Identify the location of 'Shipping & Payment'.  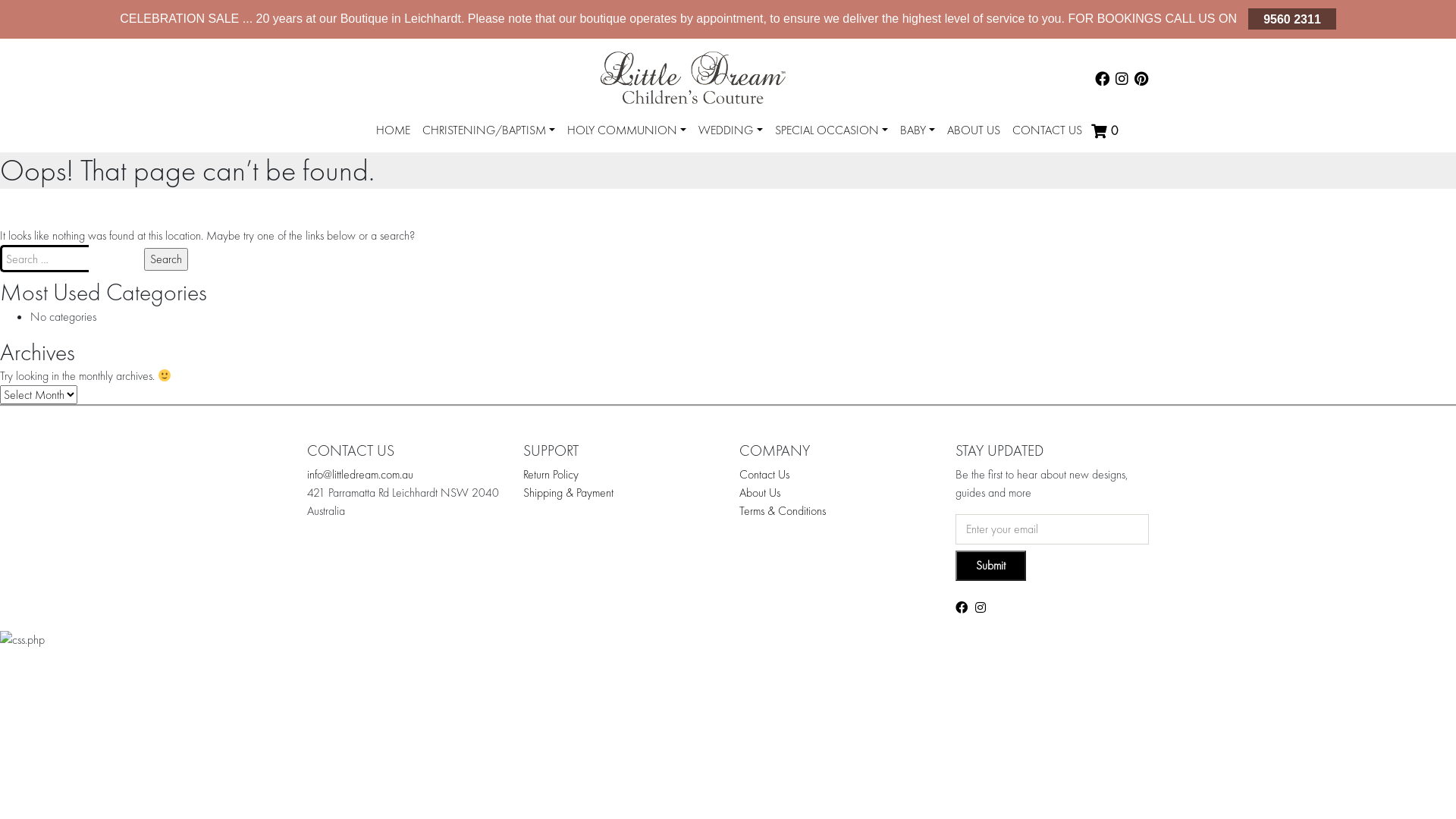
(567, 492).